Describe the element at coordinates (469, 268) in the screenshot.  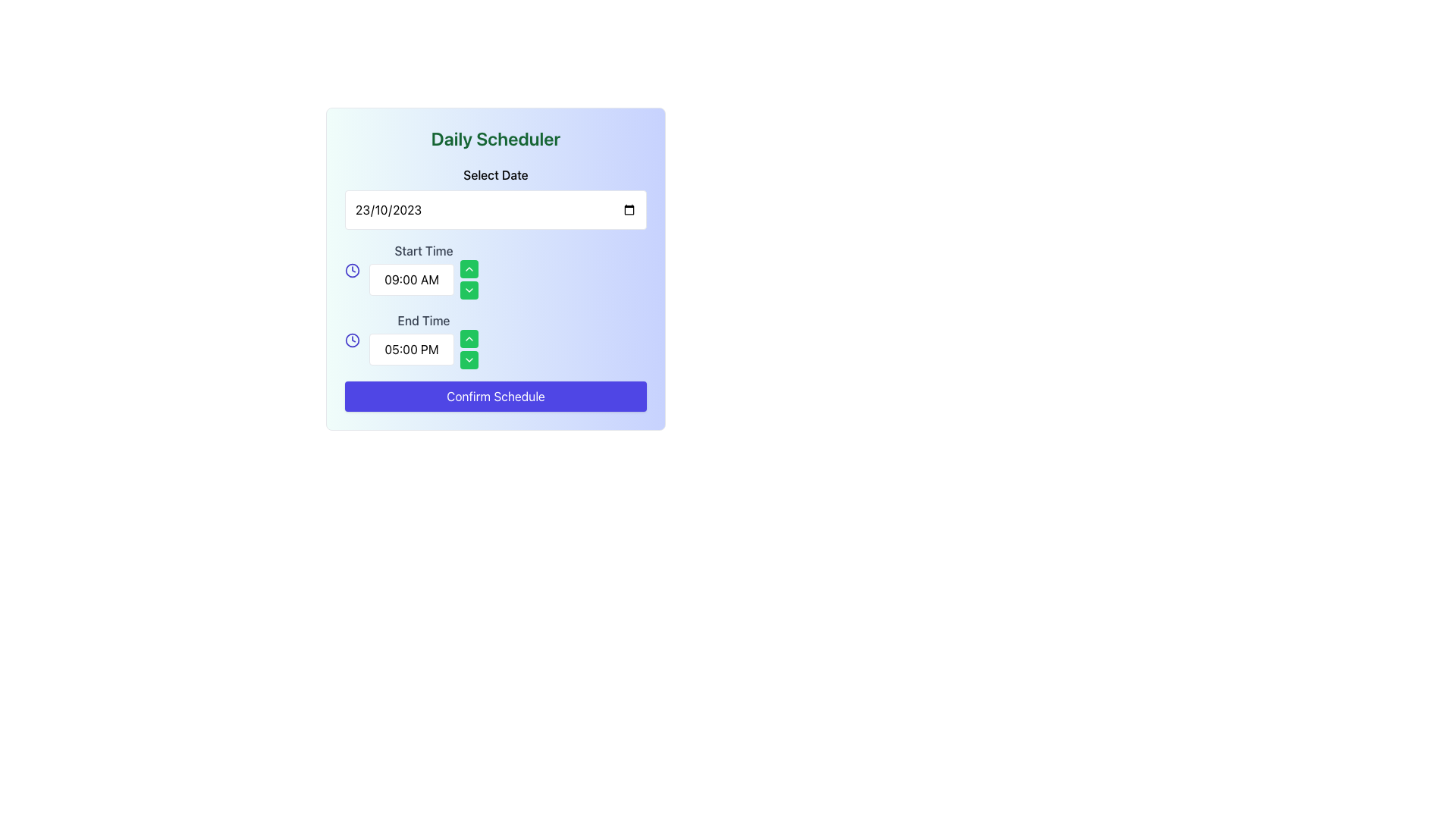
I see `the small green button with a white upward arrow icon, positioned above the downward arrow button in the 'Start Time' field` at that location.